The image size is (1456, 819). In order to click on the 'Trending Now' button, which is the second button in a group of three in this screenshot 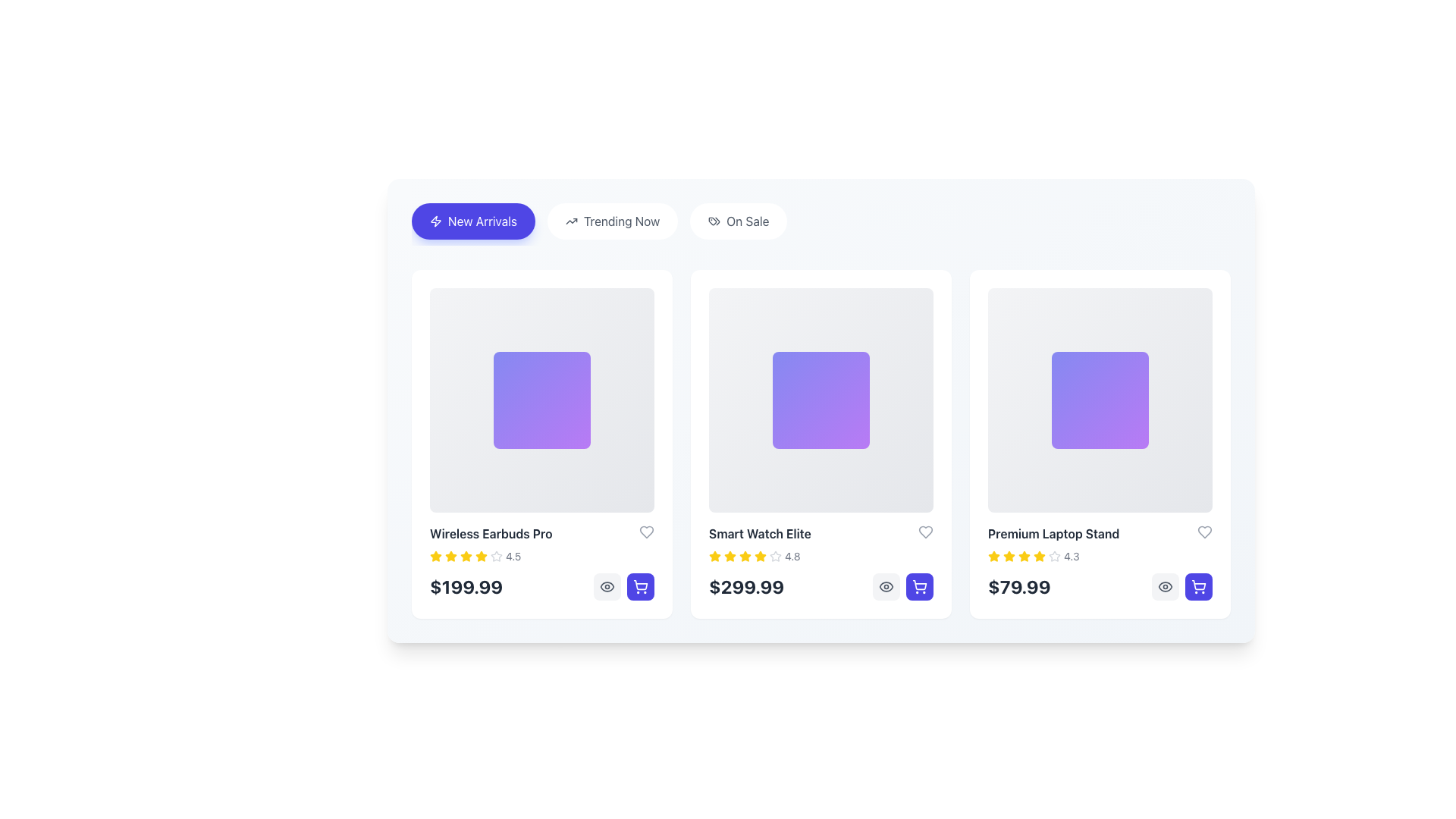, I will do `click(612, 221)`.